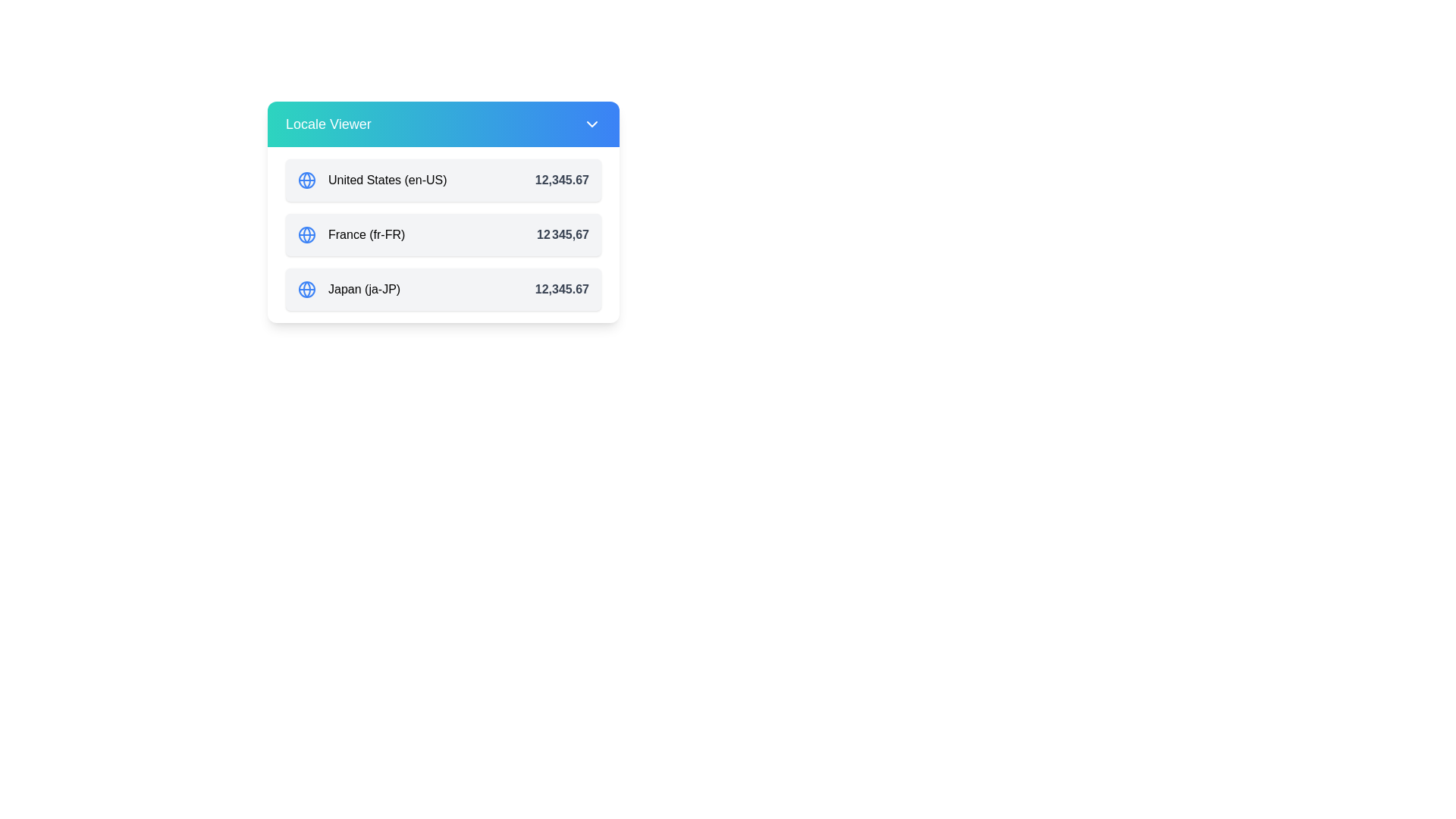 The width and height of the screenshot is (1456, 819). Describe the element at coordinates (350, 234) in the screenshot. I see `the text label 'France (fr-FR)' which is part of a vertically stacked list, positioned to the right of a blue globe icon` at that location.